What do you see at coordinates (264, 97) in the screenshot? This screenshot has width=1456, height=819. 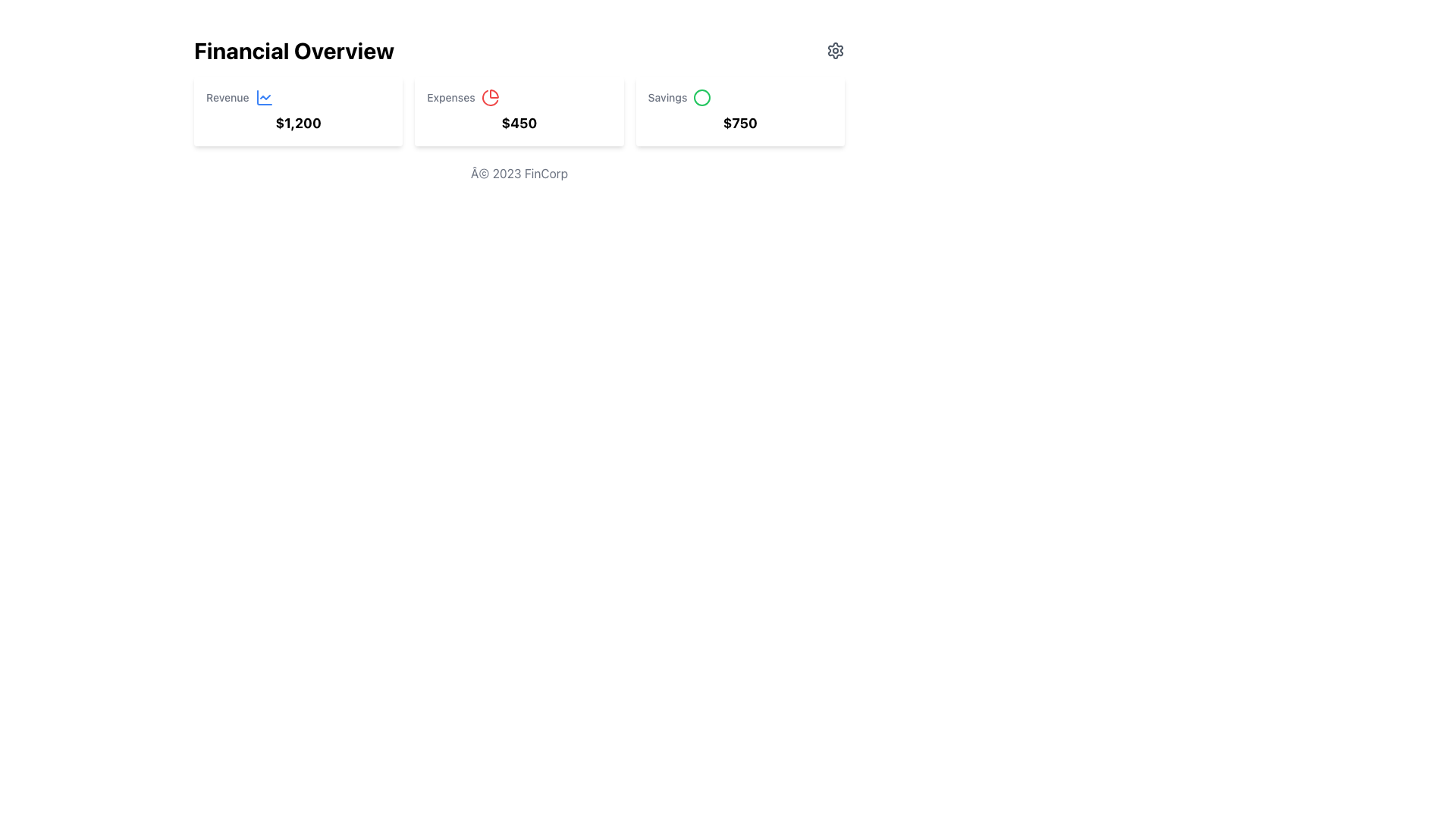 I see `the small blue icon resembling a line chart located to the left of the '$1,200' numerical display in the financial overview card labeled 'Revenue'` at bounding box center [264, 97].